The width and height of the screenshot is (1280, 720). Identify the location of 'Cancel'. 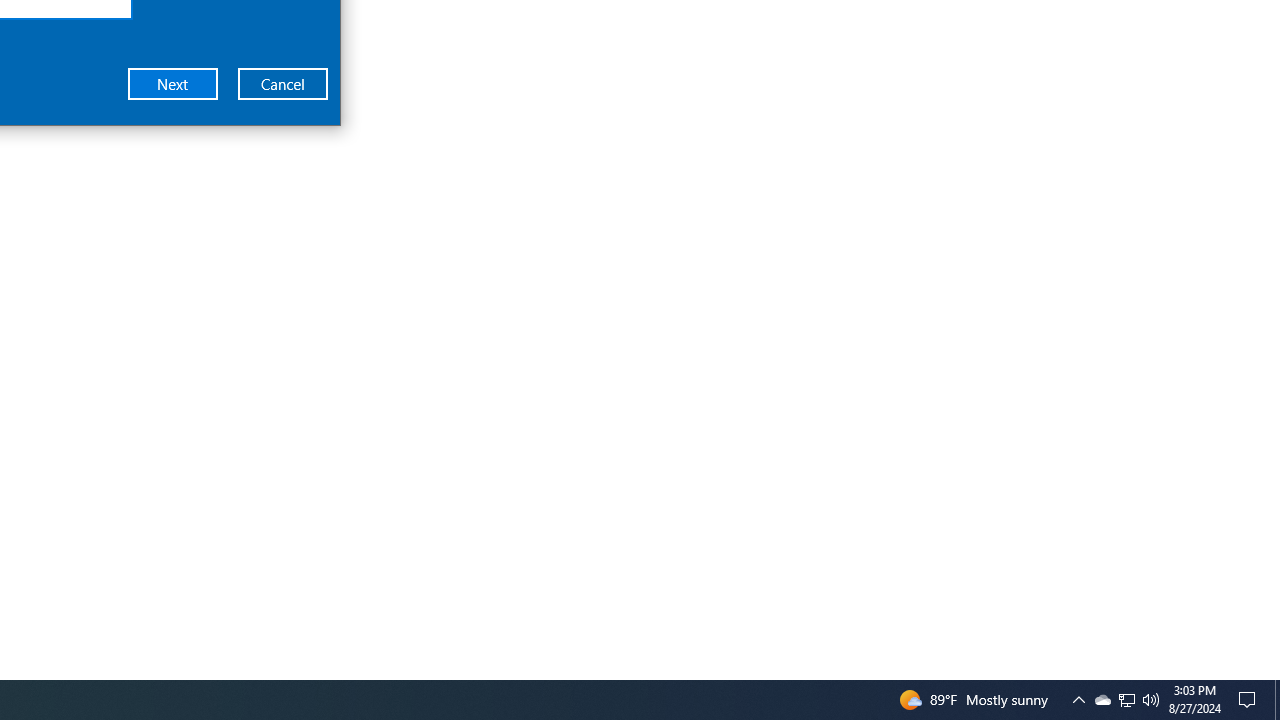
(282, 82).